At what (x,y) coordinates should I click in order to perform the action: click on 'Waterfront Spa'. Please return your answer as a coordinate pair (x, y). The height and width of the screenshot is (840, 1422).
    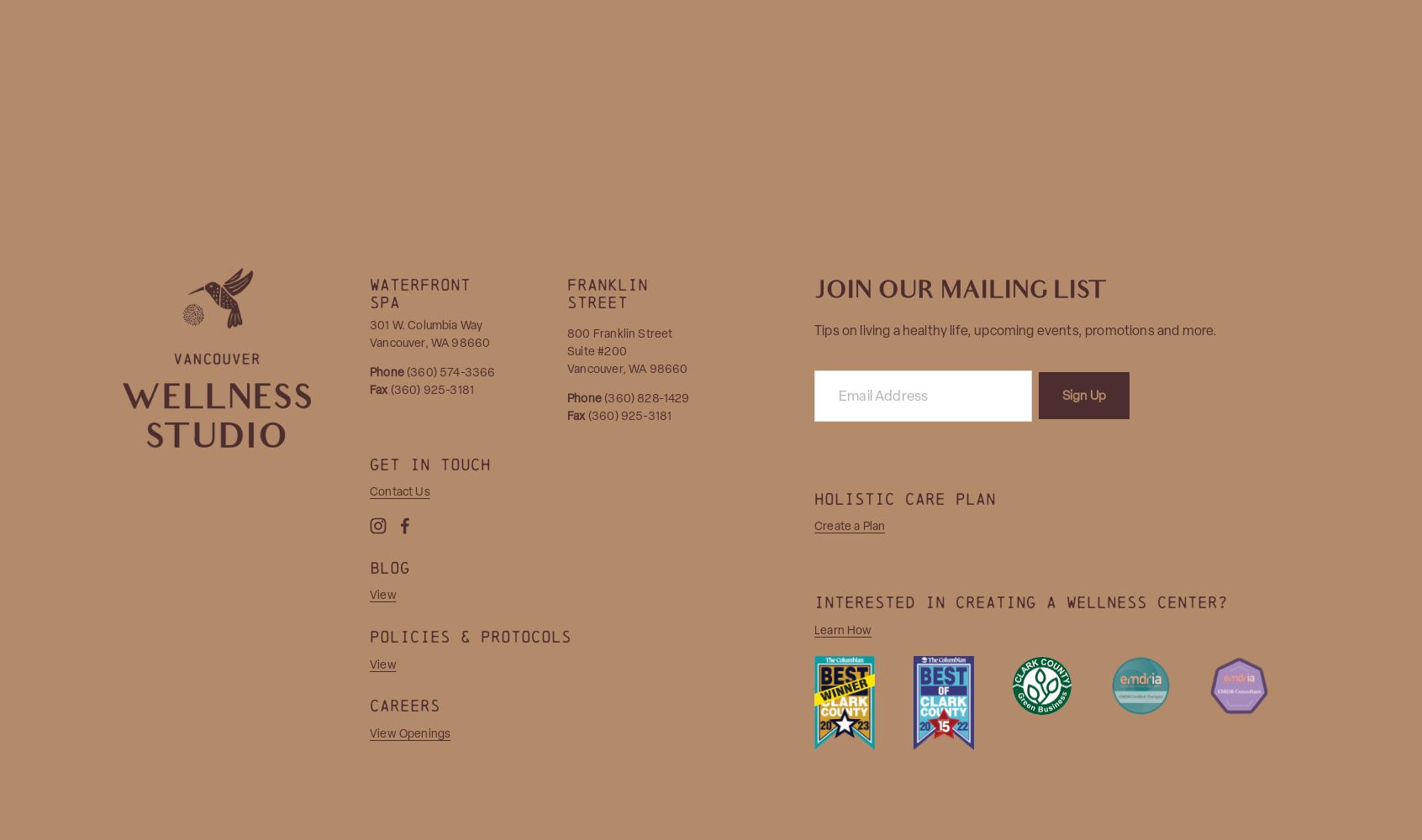
    Looking at the image, I should click on (425, 292).